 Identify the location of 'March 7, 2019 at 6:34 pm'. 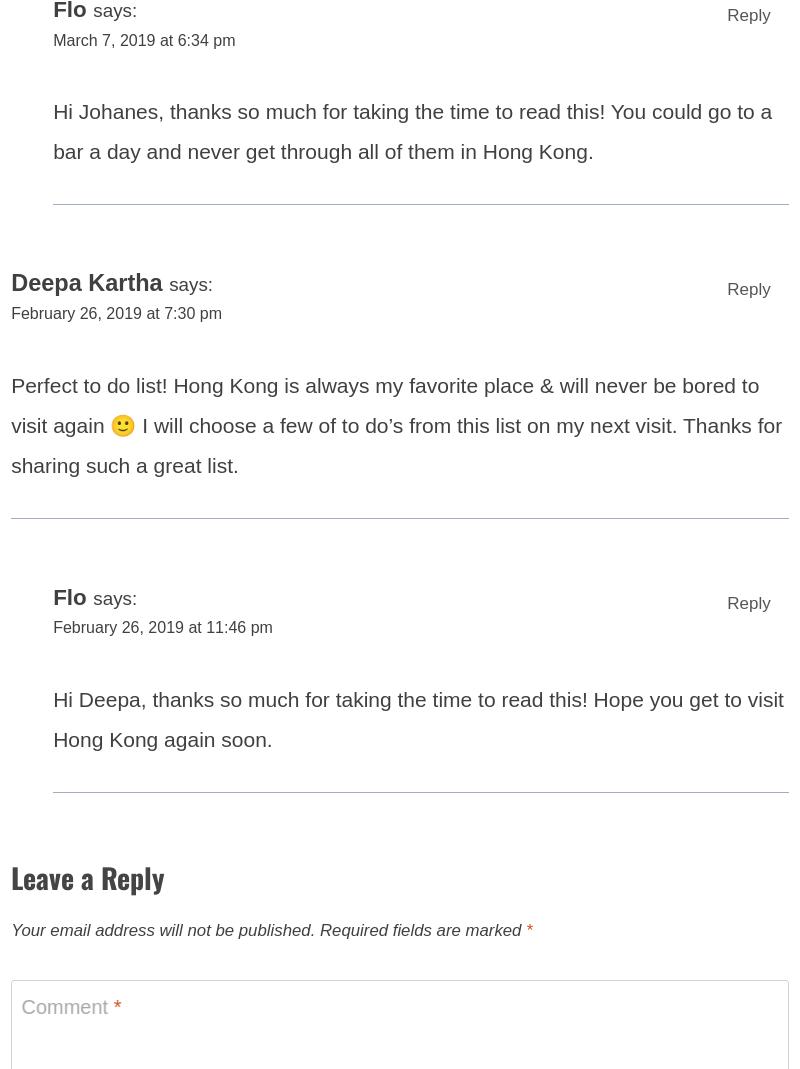
(148, 50).